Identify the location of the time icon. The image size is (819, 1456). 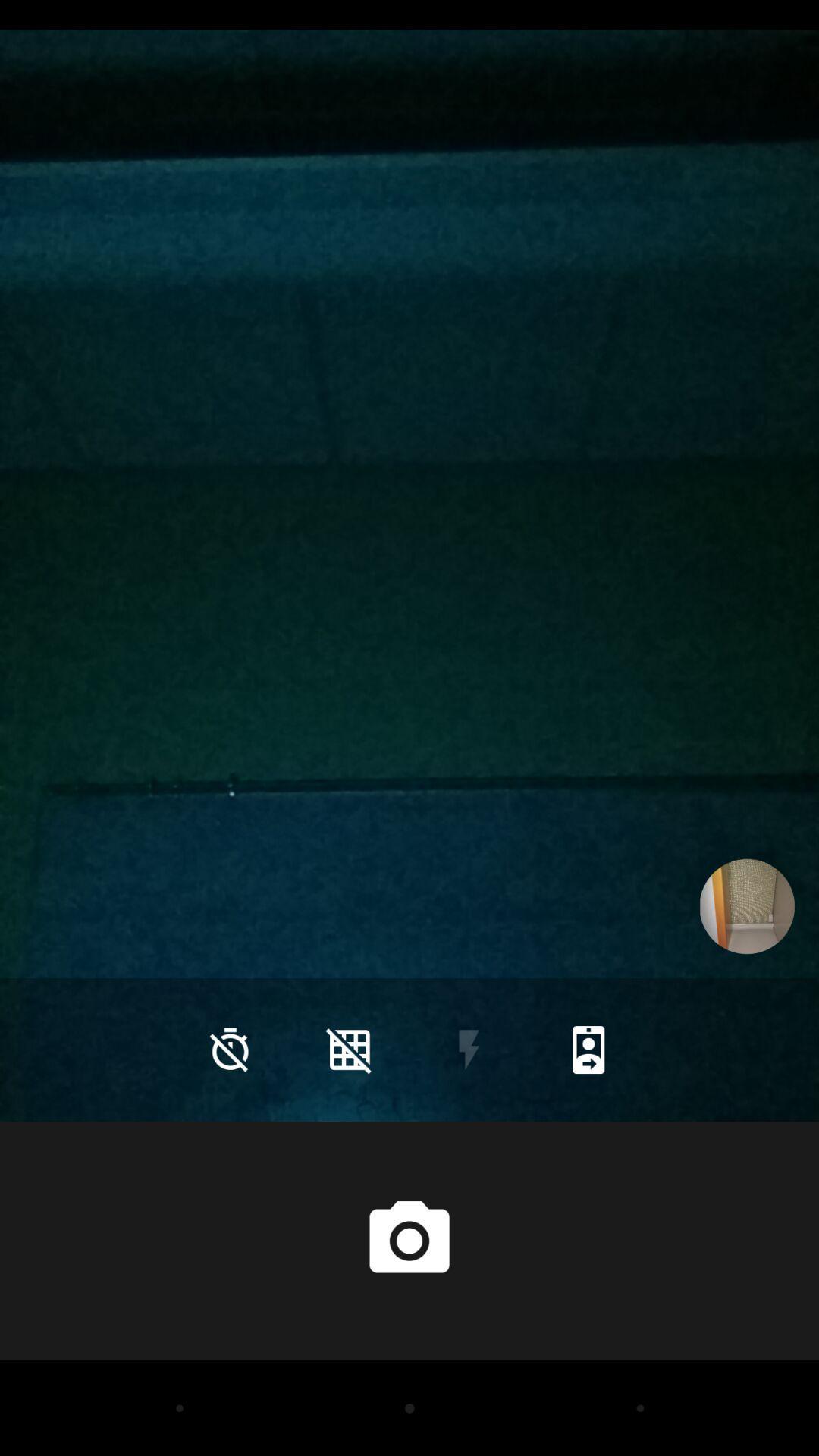
(230, 1049).